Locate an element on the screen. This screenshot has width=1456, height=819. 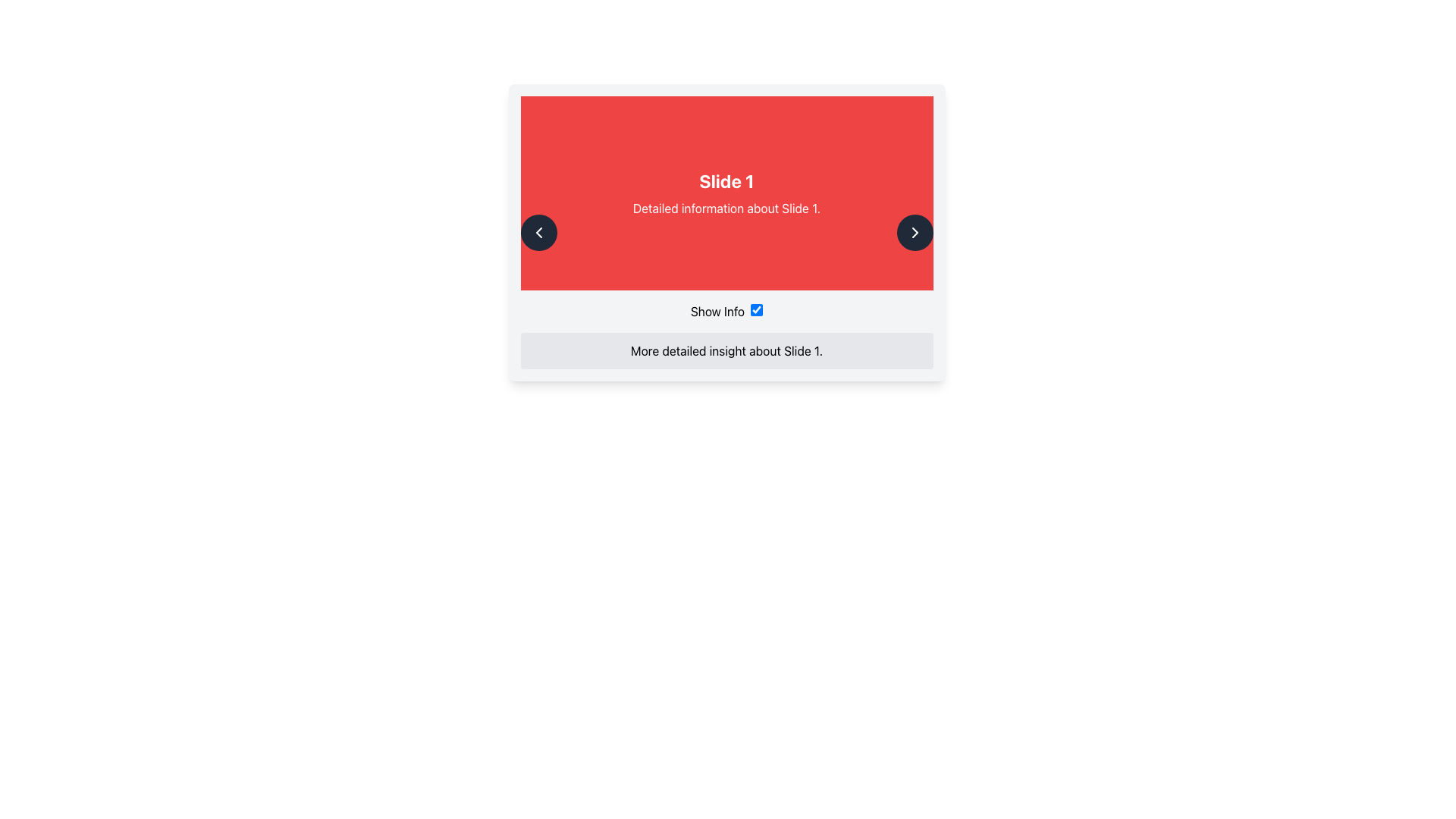
inside the Content display module that features a light gray background, a central red area with the text 'Slide 1' and 'Detailed information about Slide 1', along with navigation arrows and a 'Show Info' text alongside a checkbox is located at coordinates (726, 233).